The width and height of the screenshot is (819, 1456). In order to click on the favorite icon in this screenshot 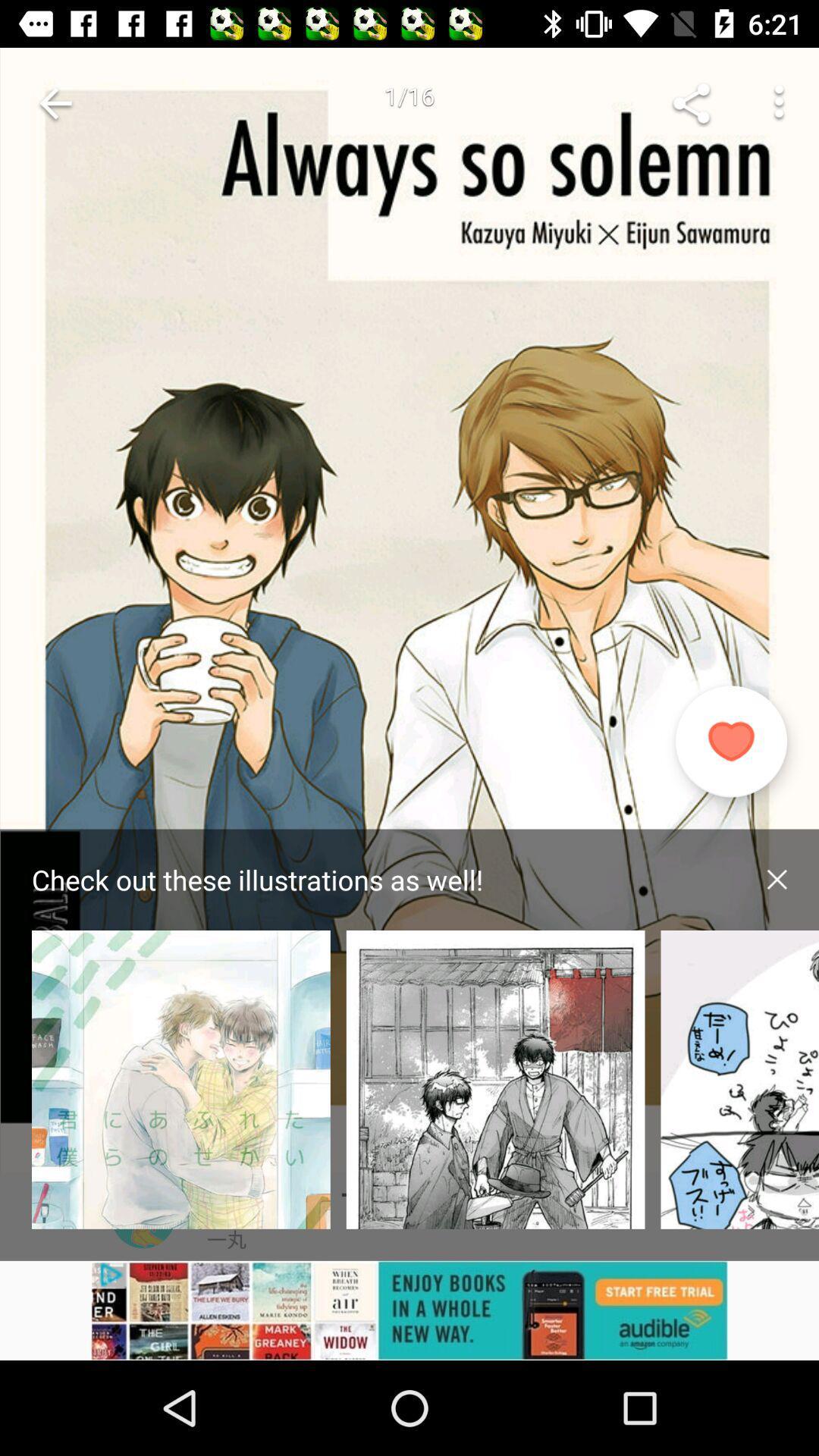, I will do `click(730, 742)`.